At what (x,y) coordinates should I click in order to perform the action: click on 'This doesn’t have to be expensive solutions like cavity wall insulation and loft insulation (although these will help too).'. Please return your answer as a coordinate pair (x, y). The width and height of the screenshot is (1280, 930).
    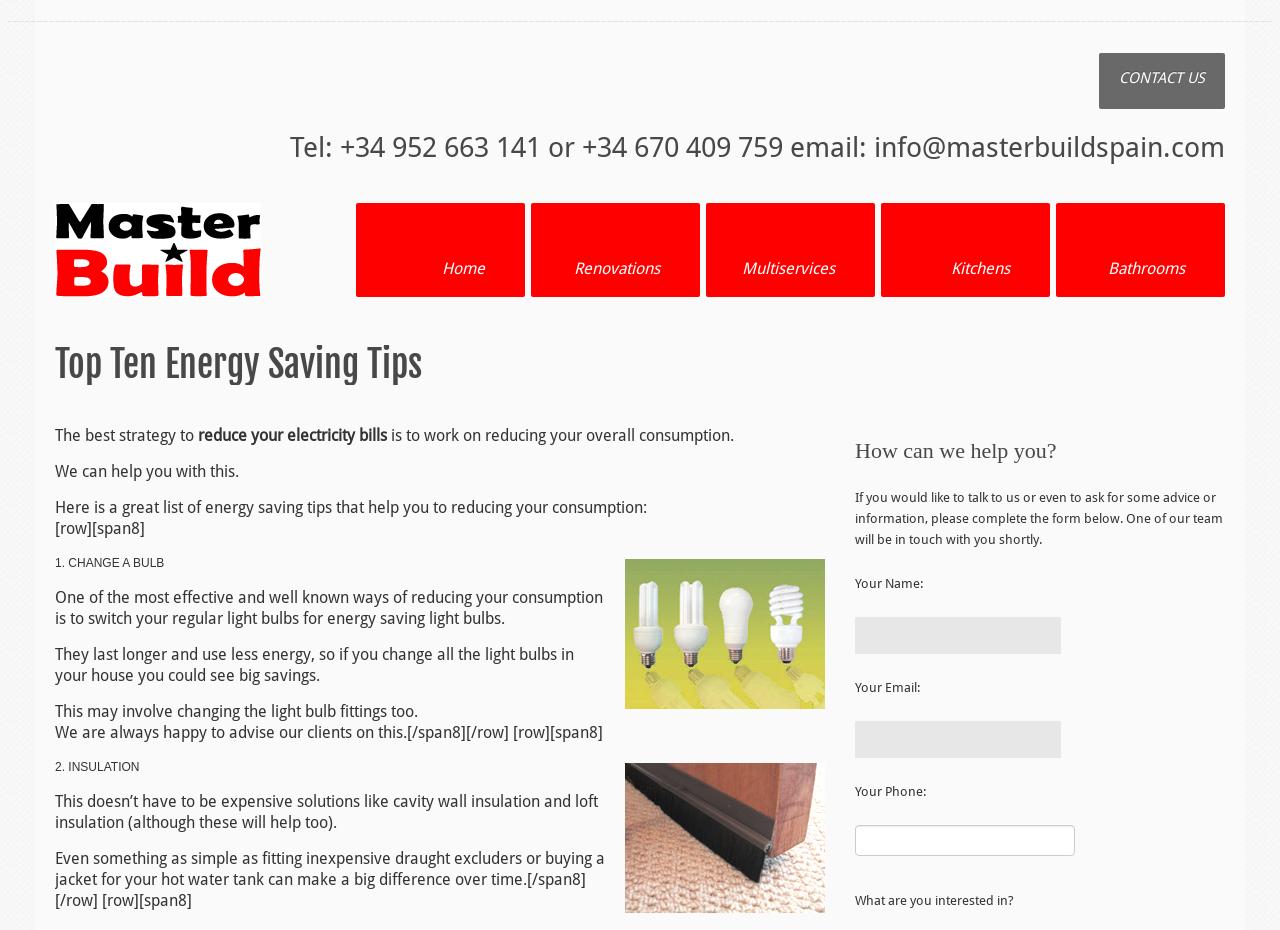
    Looking at the image, I should click on (326, 809).